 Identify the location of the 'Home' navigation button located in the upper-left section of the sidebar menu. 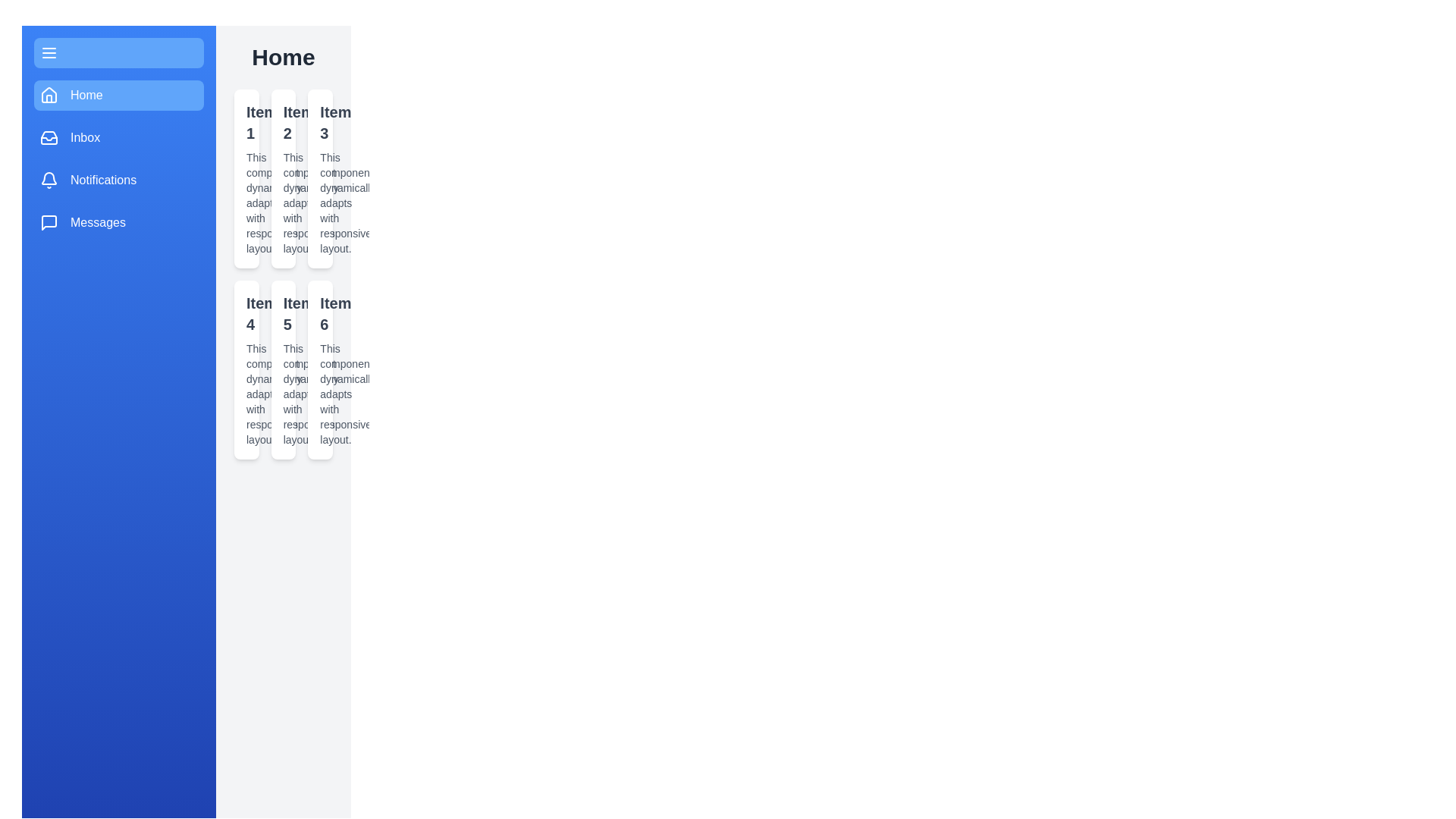
(118, 96).